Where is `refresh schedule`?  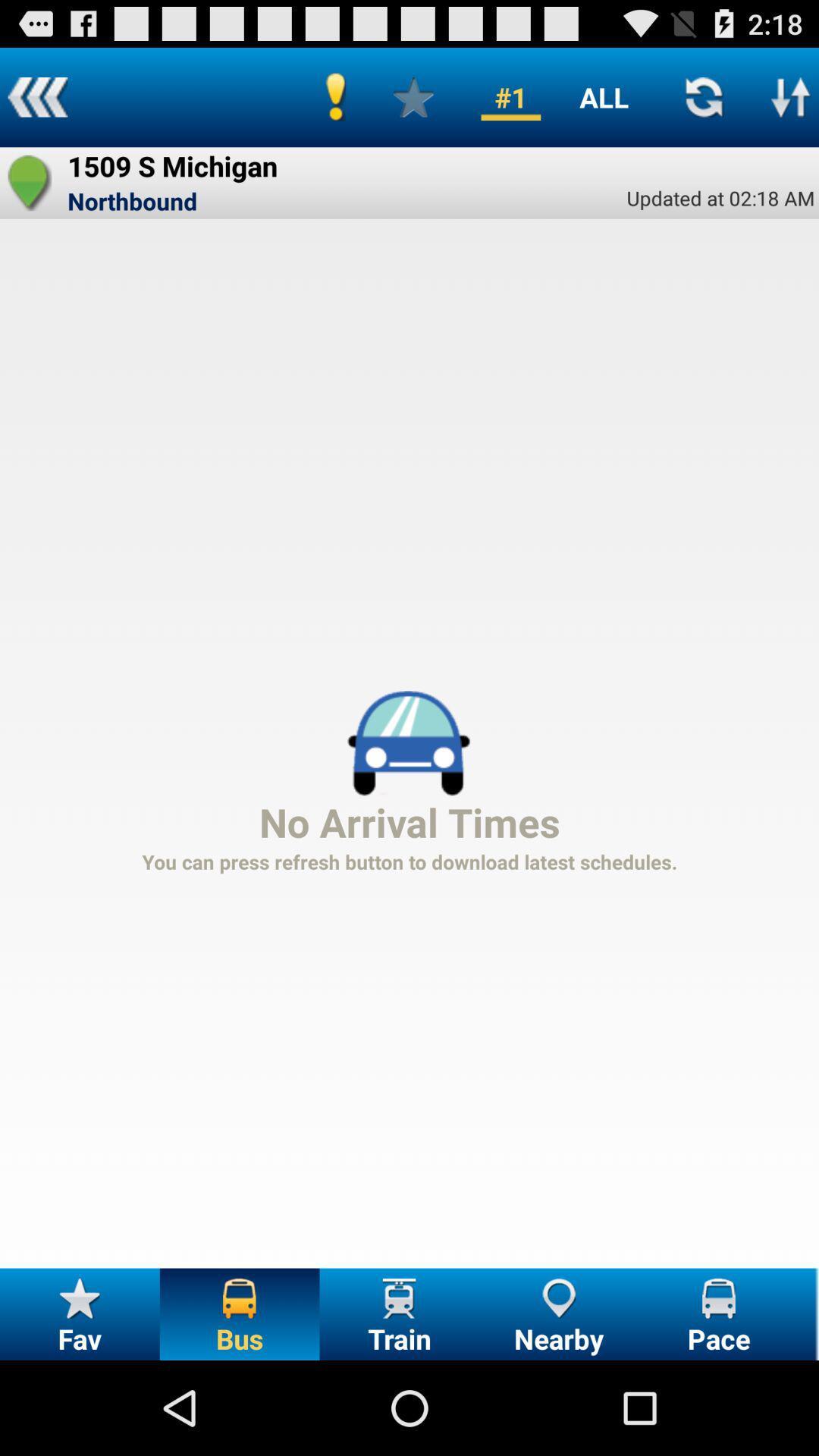 refresh schedule is located at coordinates (703, 96).